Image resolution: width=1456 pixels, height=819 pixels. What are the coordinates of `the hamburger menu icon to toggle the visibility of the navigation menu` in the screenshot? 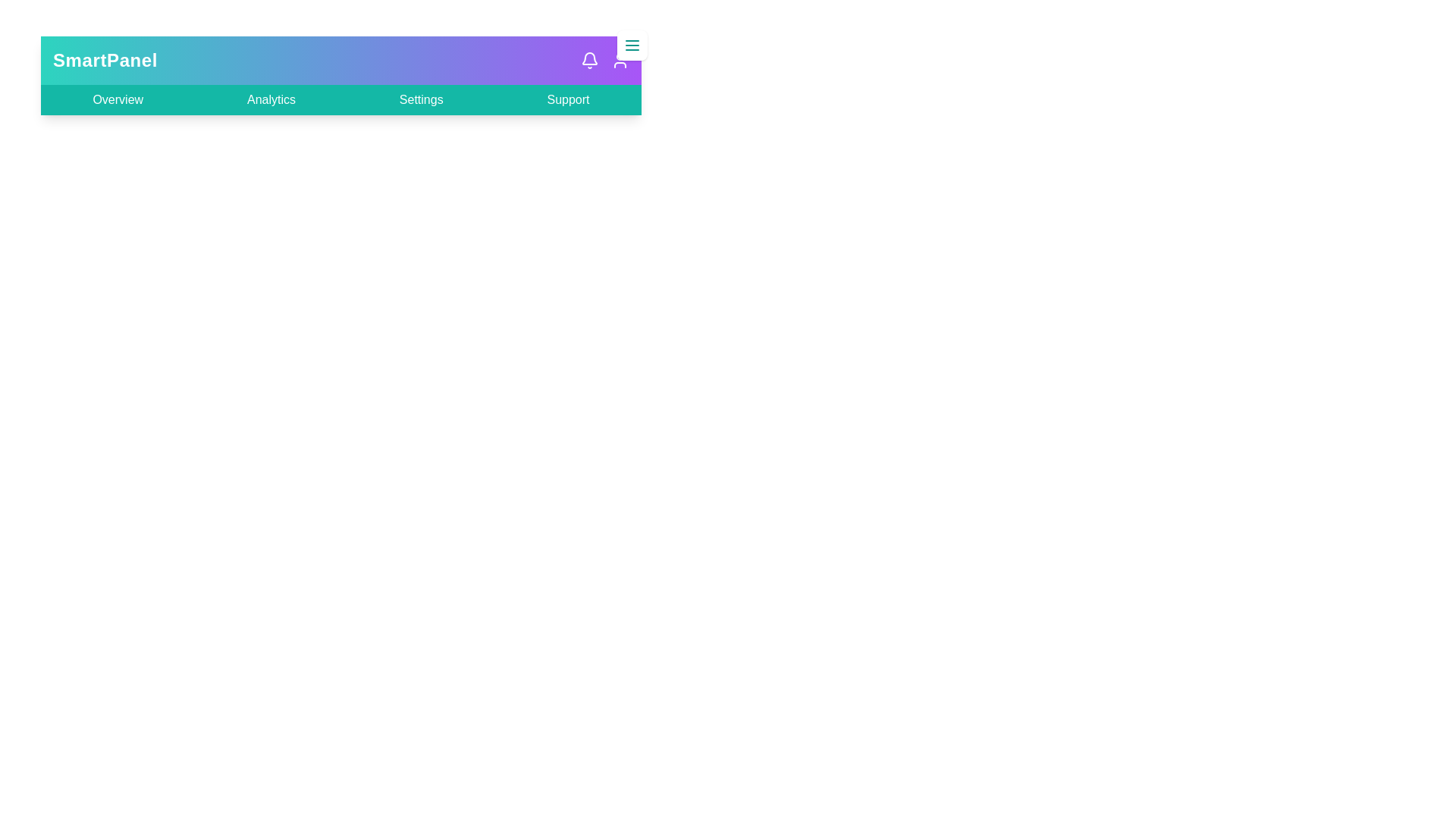 It's located at (632, 45).